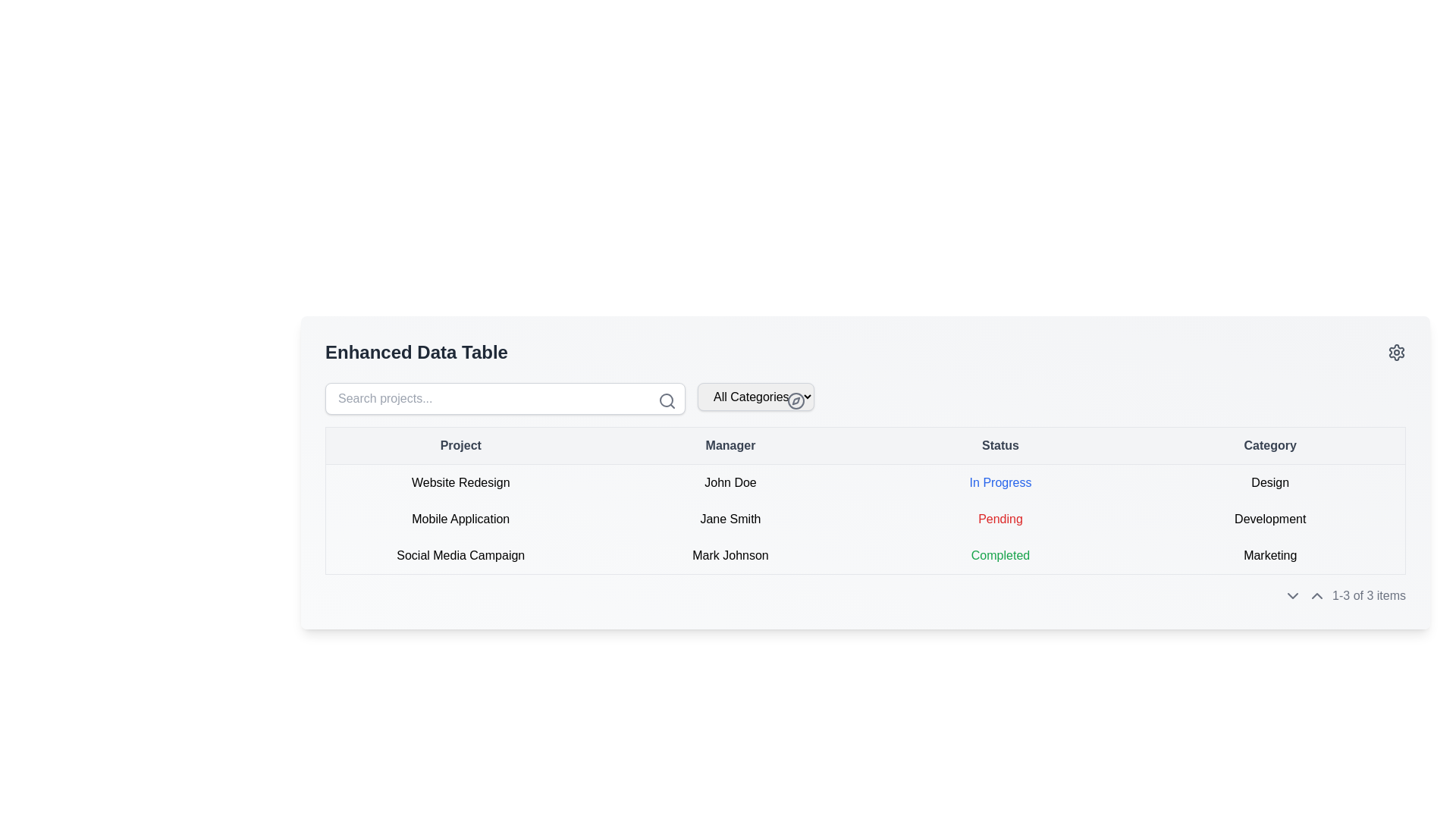 This screenshot has height=819, width=1456. What do you see at coordinates (1292, 595) in the screenshot?
I see `the first chevron icon button that allows navigation to the next page of the data table, located at the bottom-right corner of the table` at bounding box center [1292, 595].